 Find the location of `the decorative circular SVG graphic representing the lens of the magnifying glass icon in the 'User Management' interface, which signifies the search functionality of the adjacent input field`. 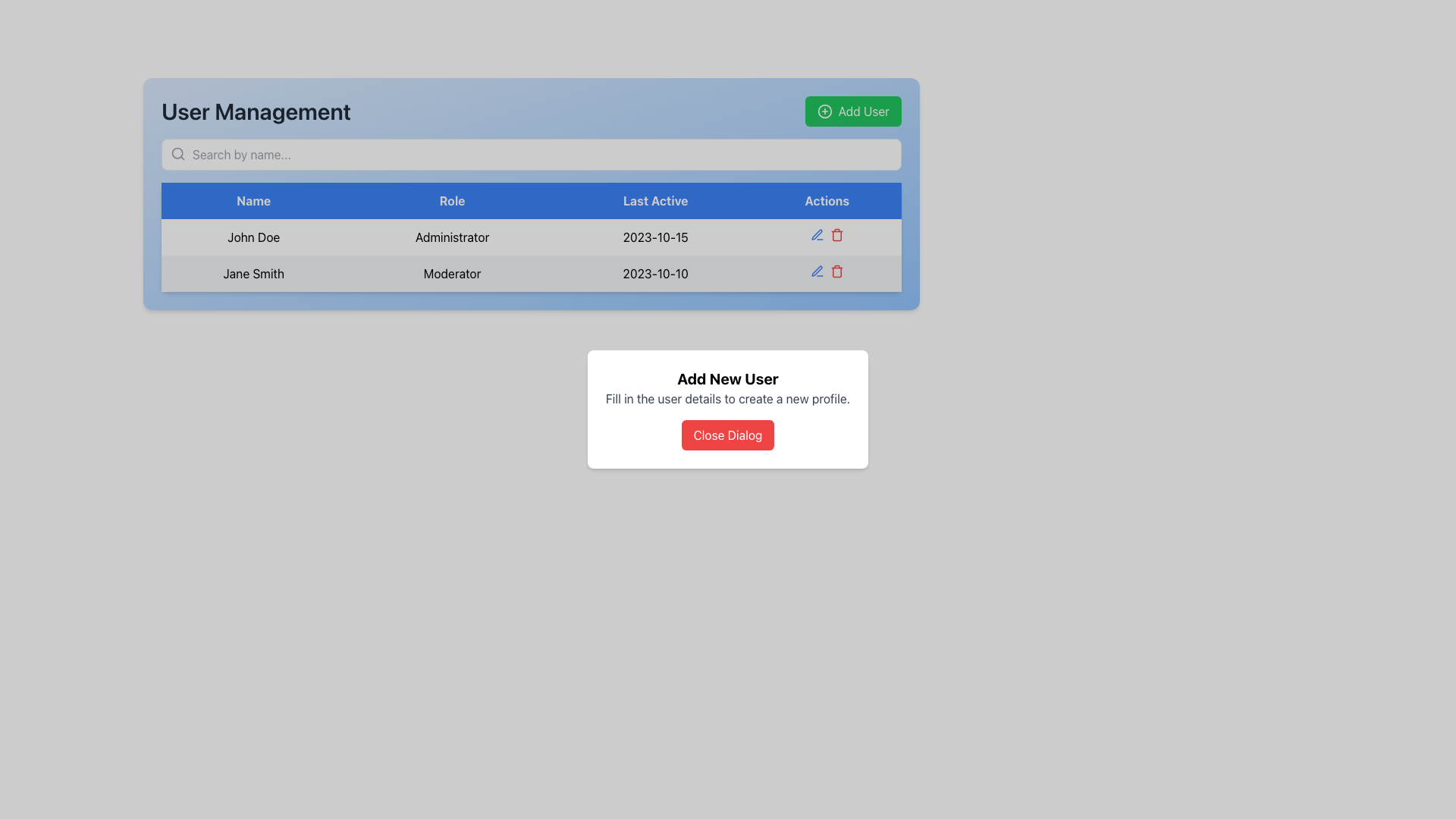

the decorative circular SVG graphic representing the lens of the magnifying glass icon in the 'User Management' interface, which signifies the search functionality of the adjacent input field is located at coordinates (177, 153).